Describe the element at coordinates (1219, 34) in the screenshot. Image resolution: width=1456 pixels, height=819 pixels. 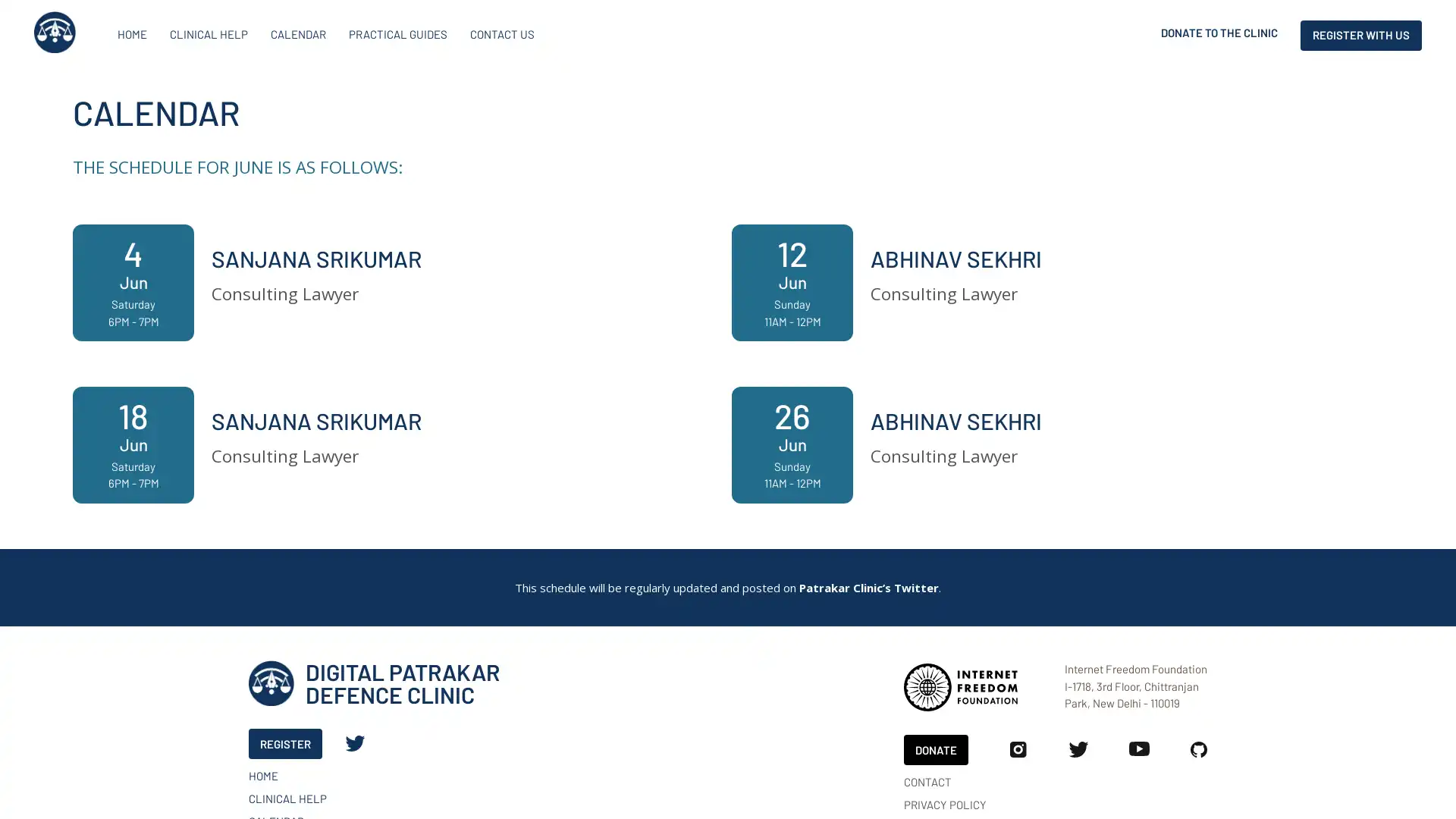
I see `DONATE TO THE CLINIC` at that location.